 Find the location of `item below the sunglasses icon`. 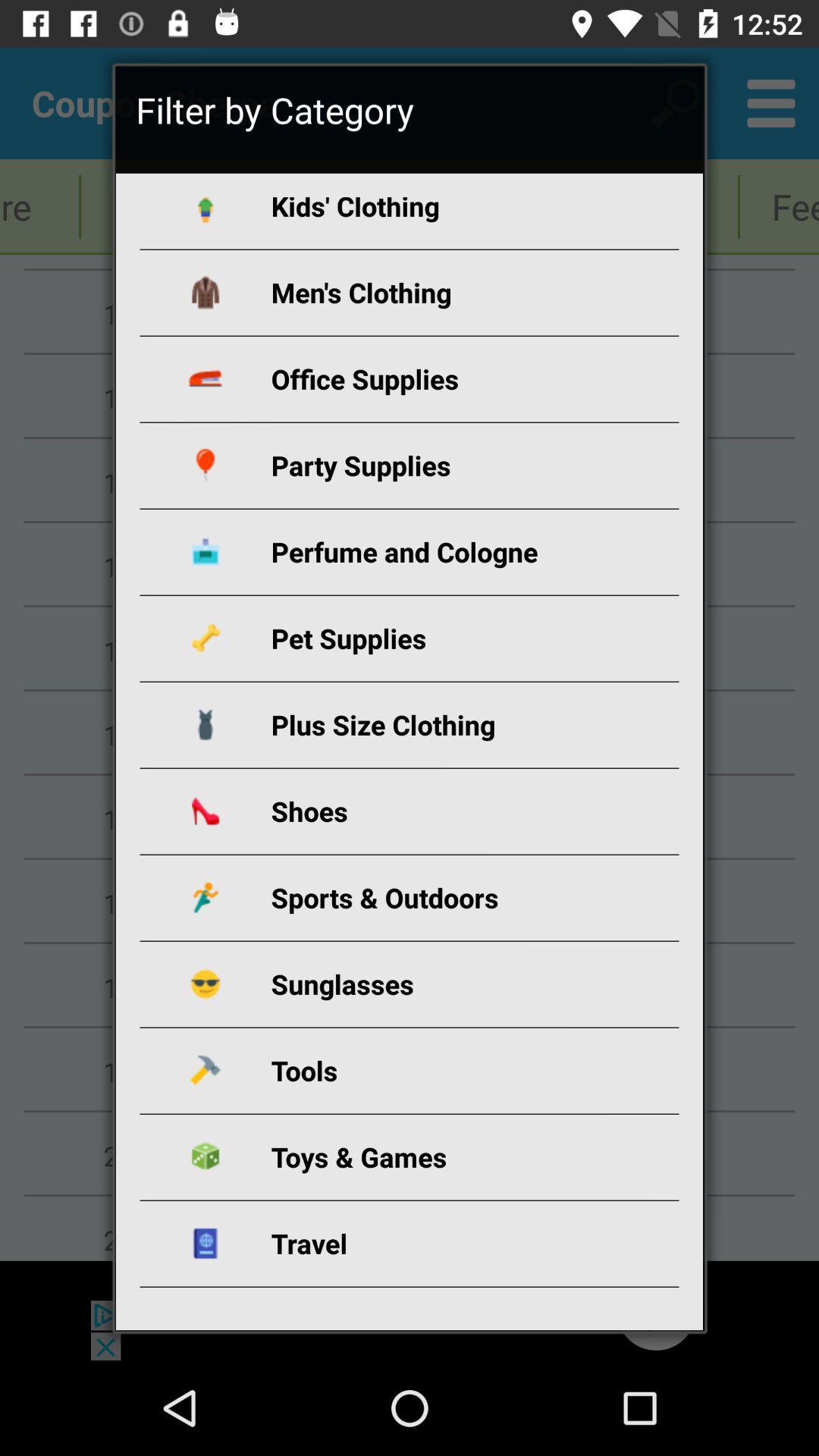

item below the sunglasses icon is located at coordinates (427, 1069).